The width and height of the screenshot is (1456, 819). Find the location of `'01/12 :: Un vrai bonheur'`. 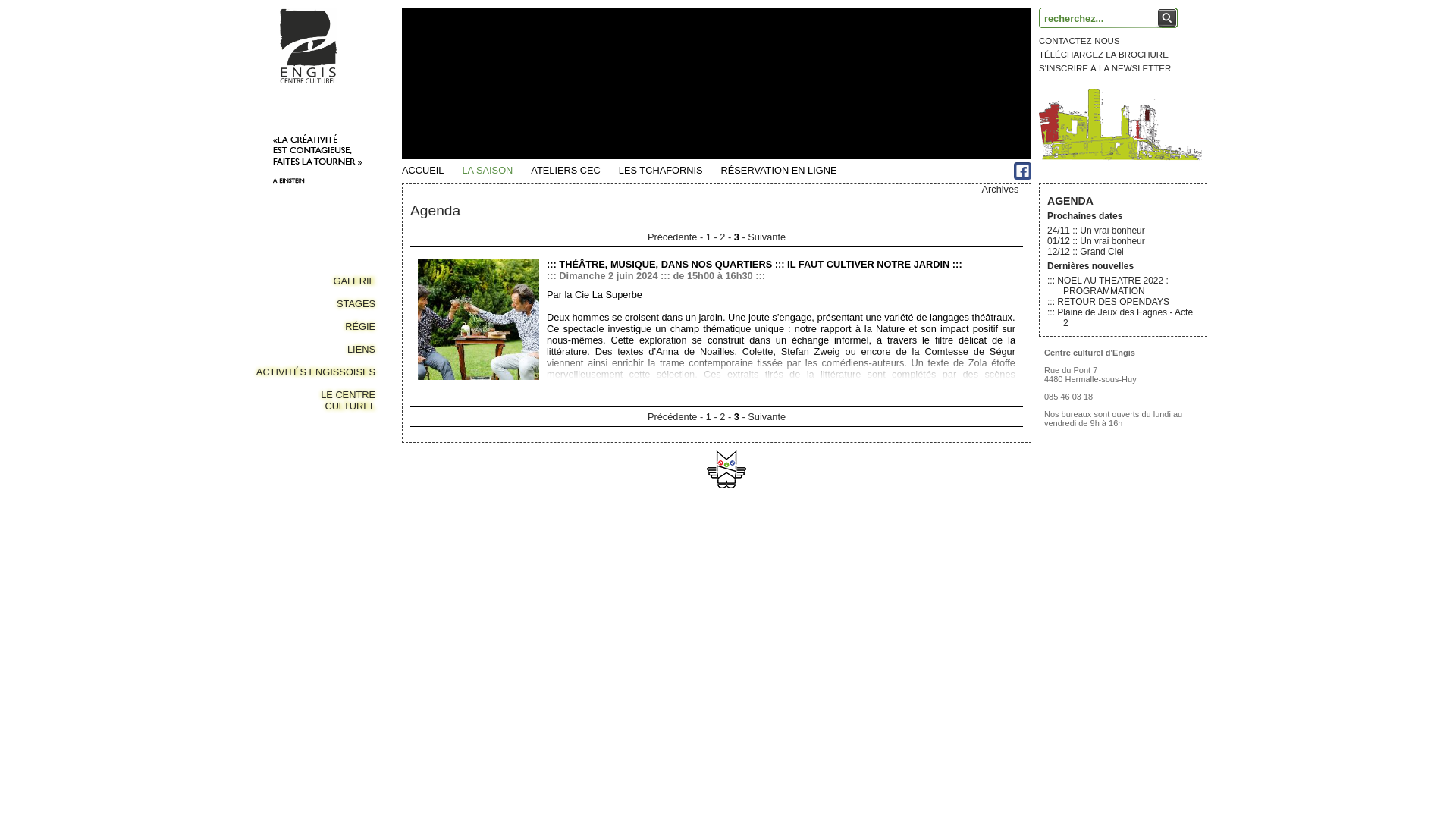

'01/12 :: Un vrai bonheur' is located at coordinates (1096, 240).